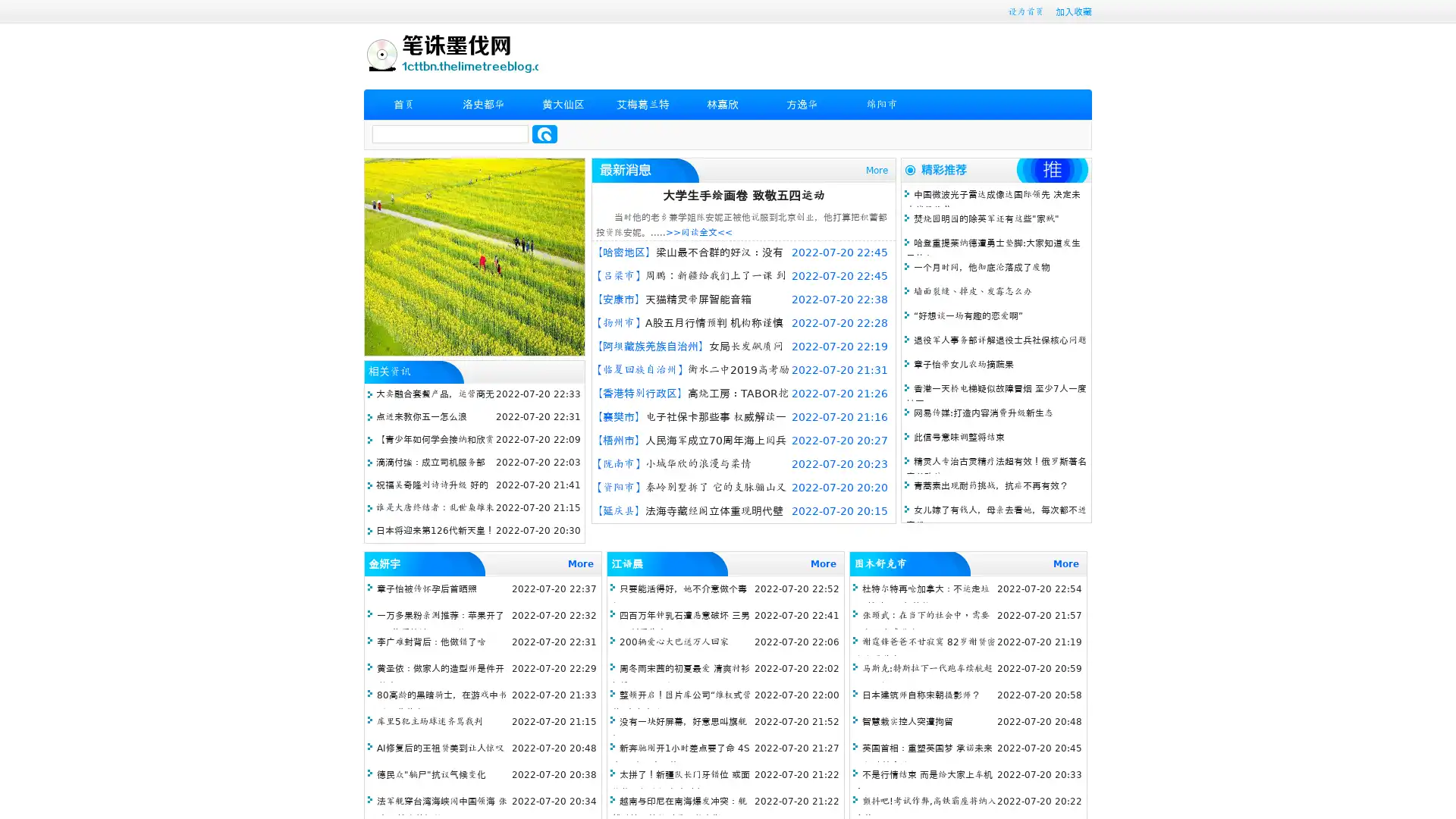 The image size is (1456, 819). What do you see at coordinates (544, 133) in the screenshot?
I see `Search` at bounding box center [544, 133].